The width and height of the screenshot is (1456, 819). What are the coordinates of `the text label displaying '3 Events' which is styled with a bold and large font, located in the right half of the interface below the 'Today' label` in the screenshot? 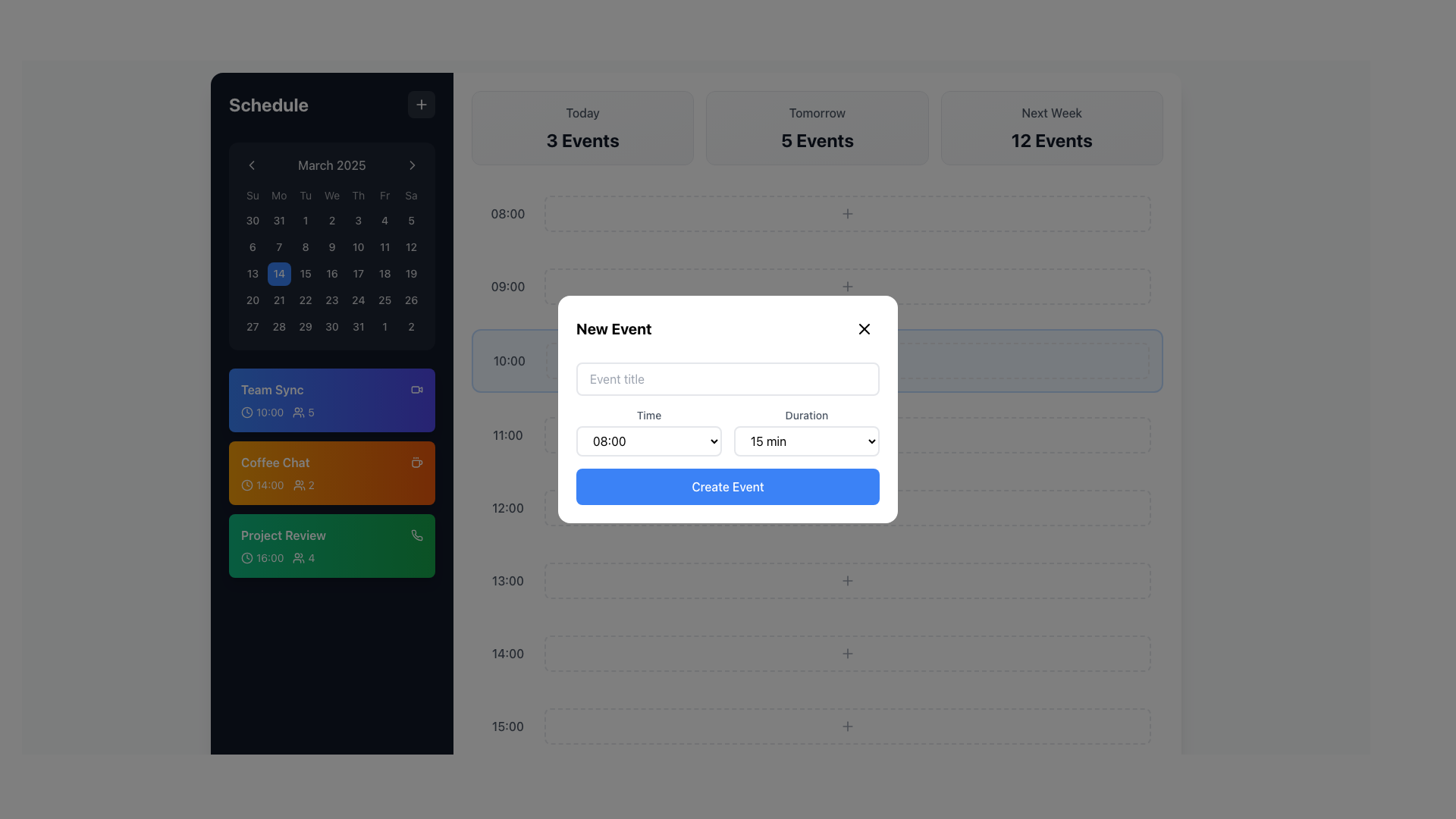 It's located at (582, 140).